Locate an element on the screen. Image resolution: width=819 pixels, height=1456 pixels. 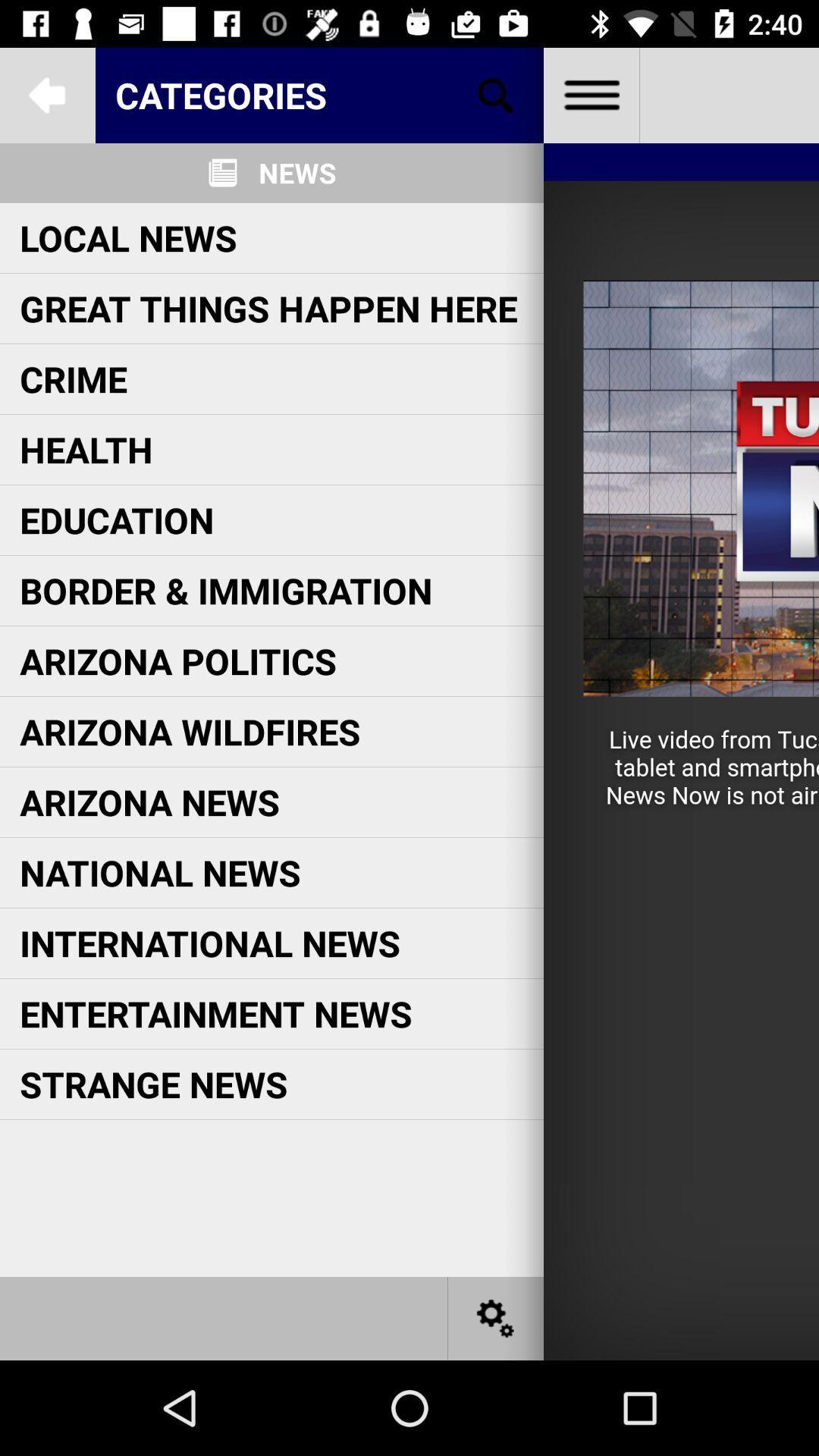
the arrow_backward icon is located at coordinates (46, 94).